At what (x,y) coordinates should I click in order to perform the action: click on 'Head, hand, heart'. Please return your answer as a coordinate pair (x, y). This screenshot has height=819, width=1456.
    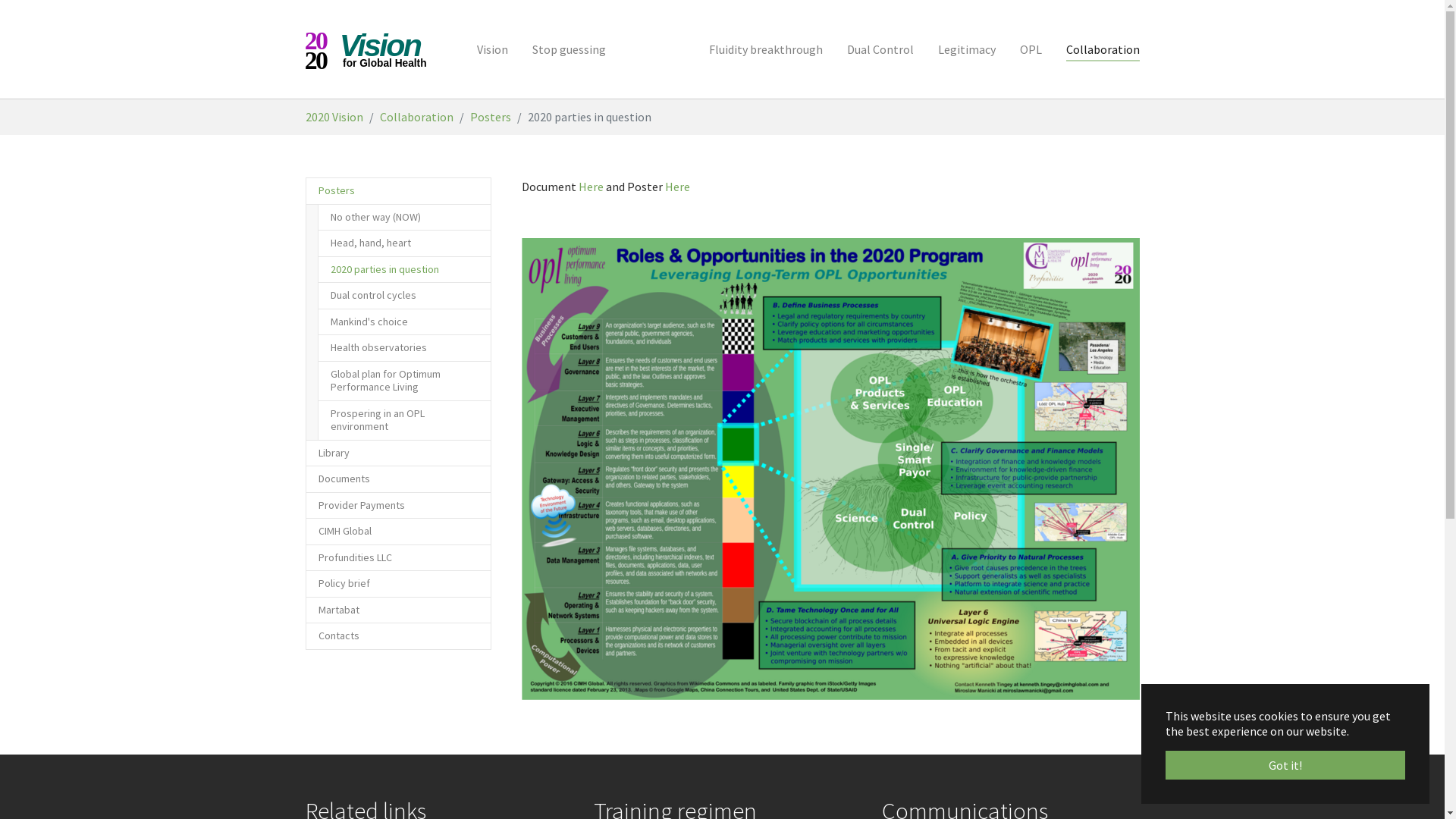
    Looking at the image, I should click on (315, 242).